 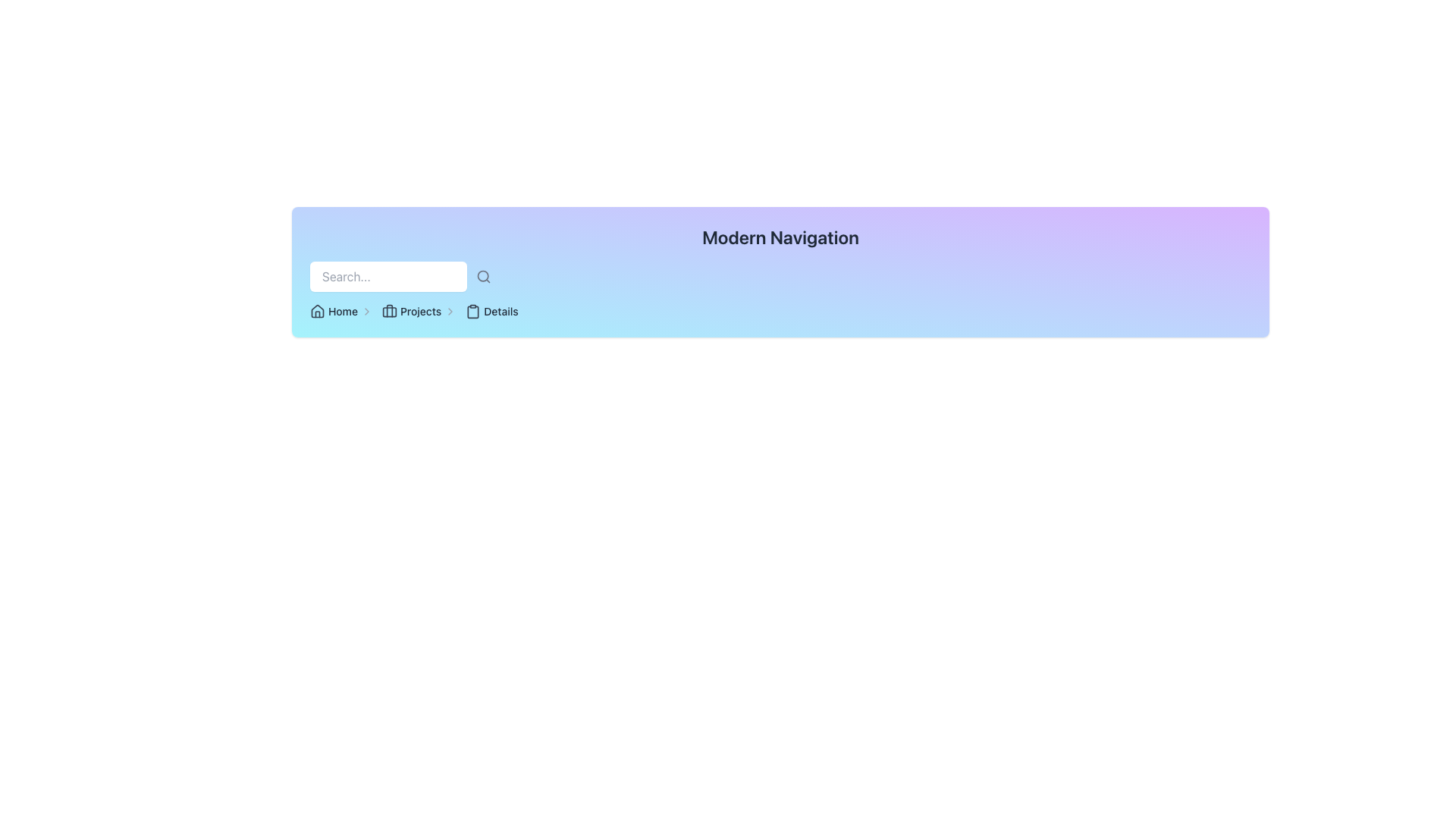 What do you see at coordinates (421, 311) in the screenshot?
I see `text label 'Projects' styled with medium-weight font and dark gray color, located in the breadcrumb navigation bar` at bounding box center [421, 311].